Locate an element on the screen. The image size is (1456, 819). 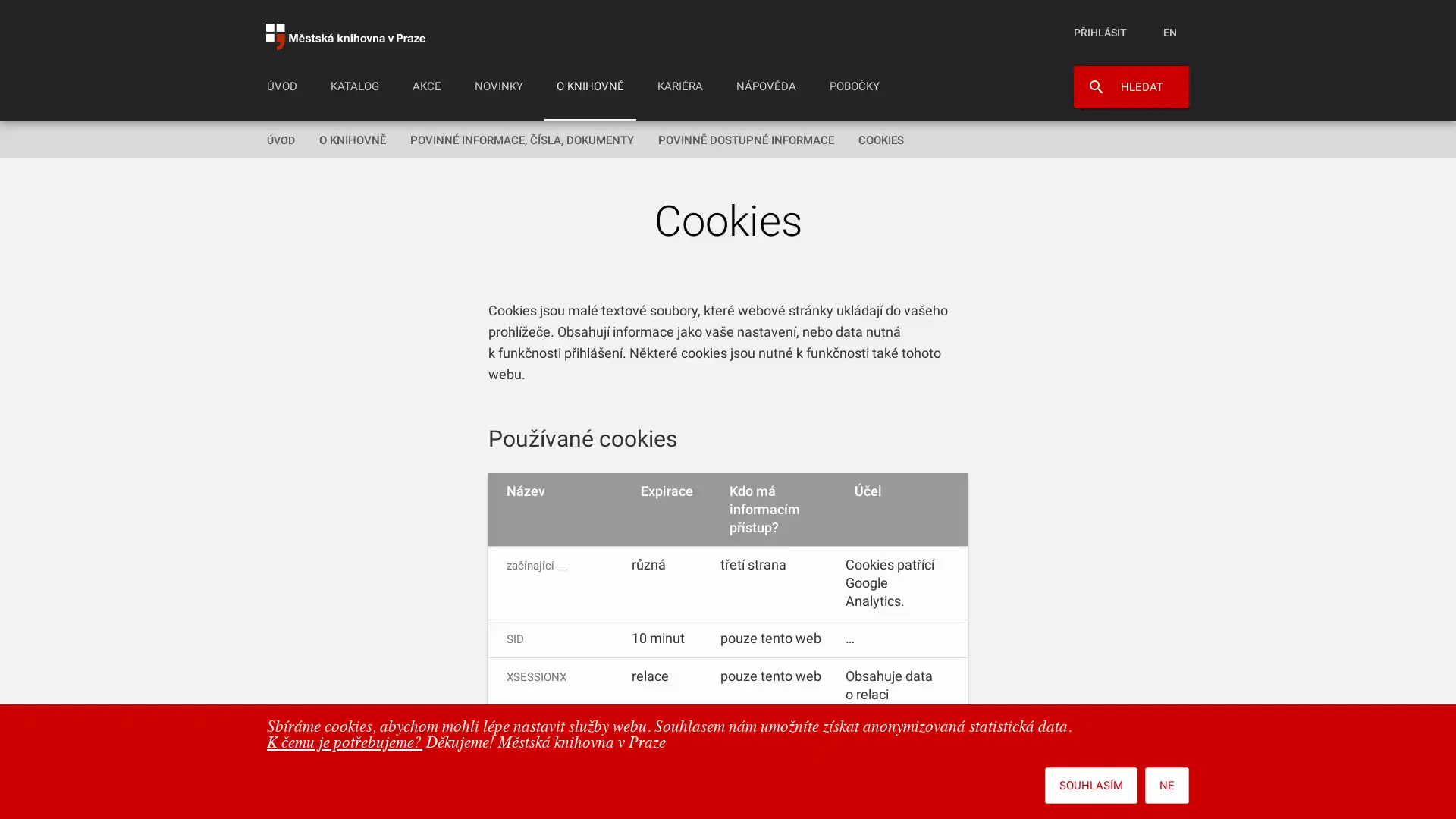
SOUHLASIM is located at coordinates (1090, 785).